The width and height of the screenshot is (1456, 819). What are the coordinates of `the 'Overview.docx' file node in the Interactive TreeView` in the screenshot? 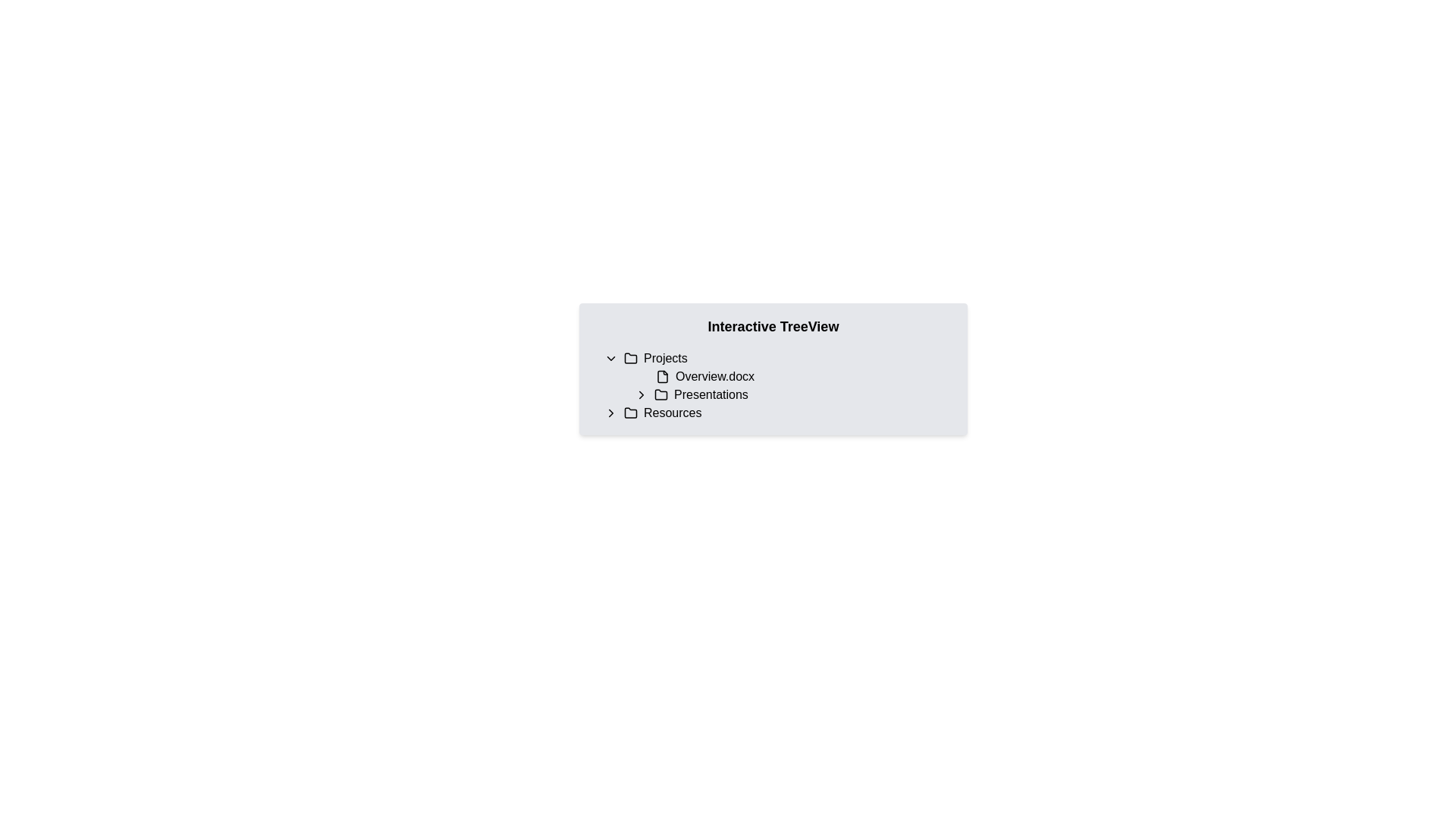 It's located at (773, 376).